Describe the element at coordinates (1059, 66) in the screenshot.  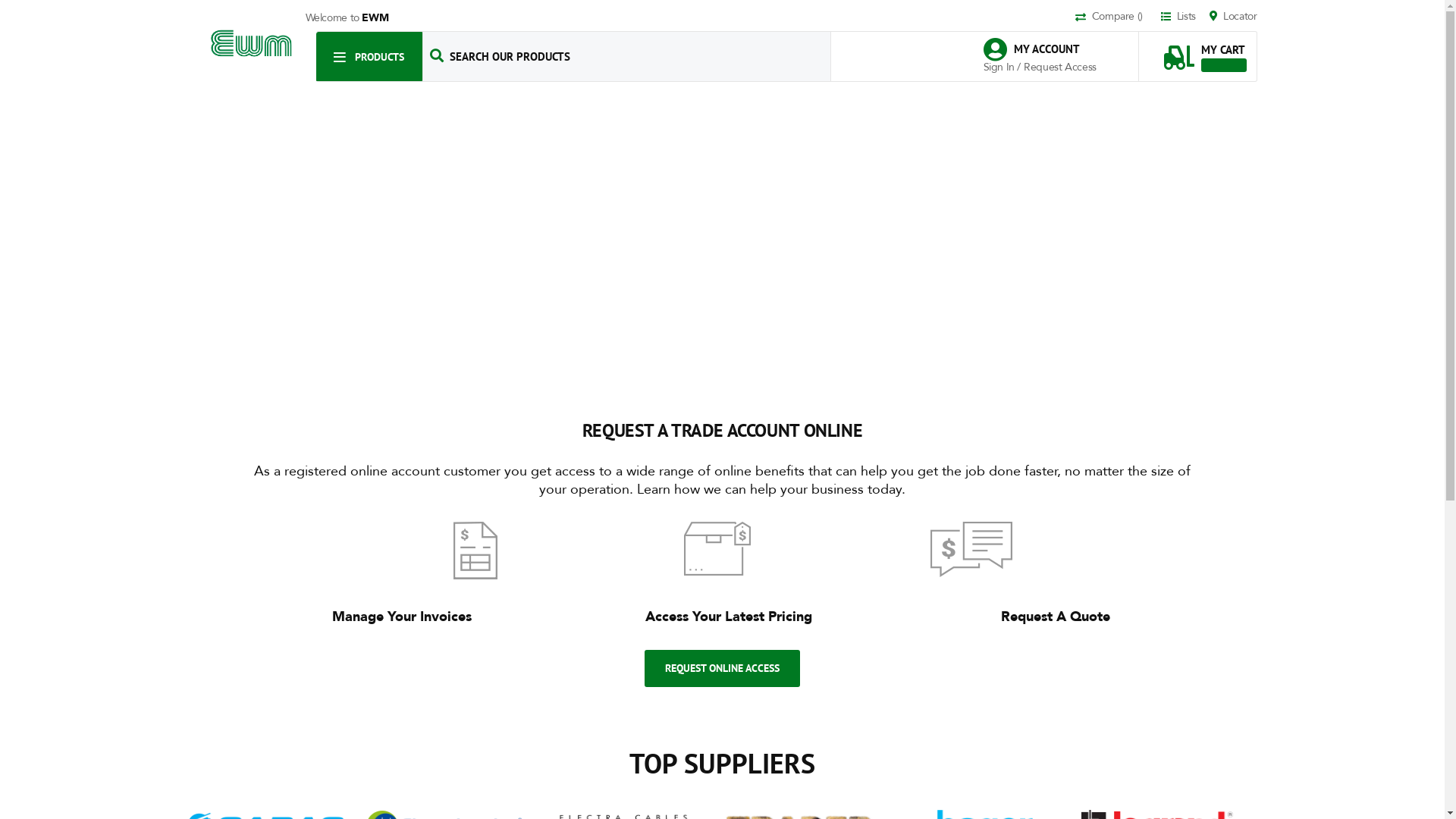
I see `'Request Access'` at that location.